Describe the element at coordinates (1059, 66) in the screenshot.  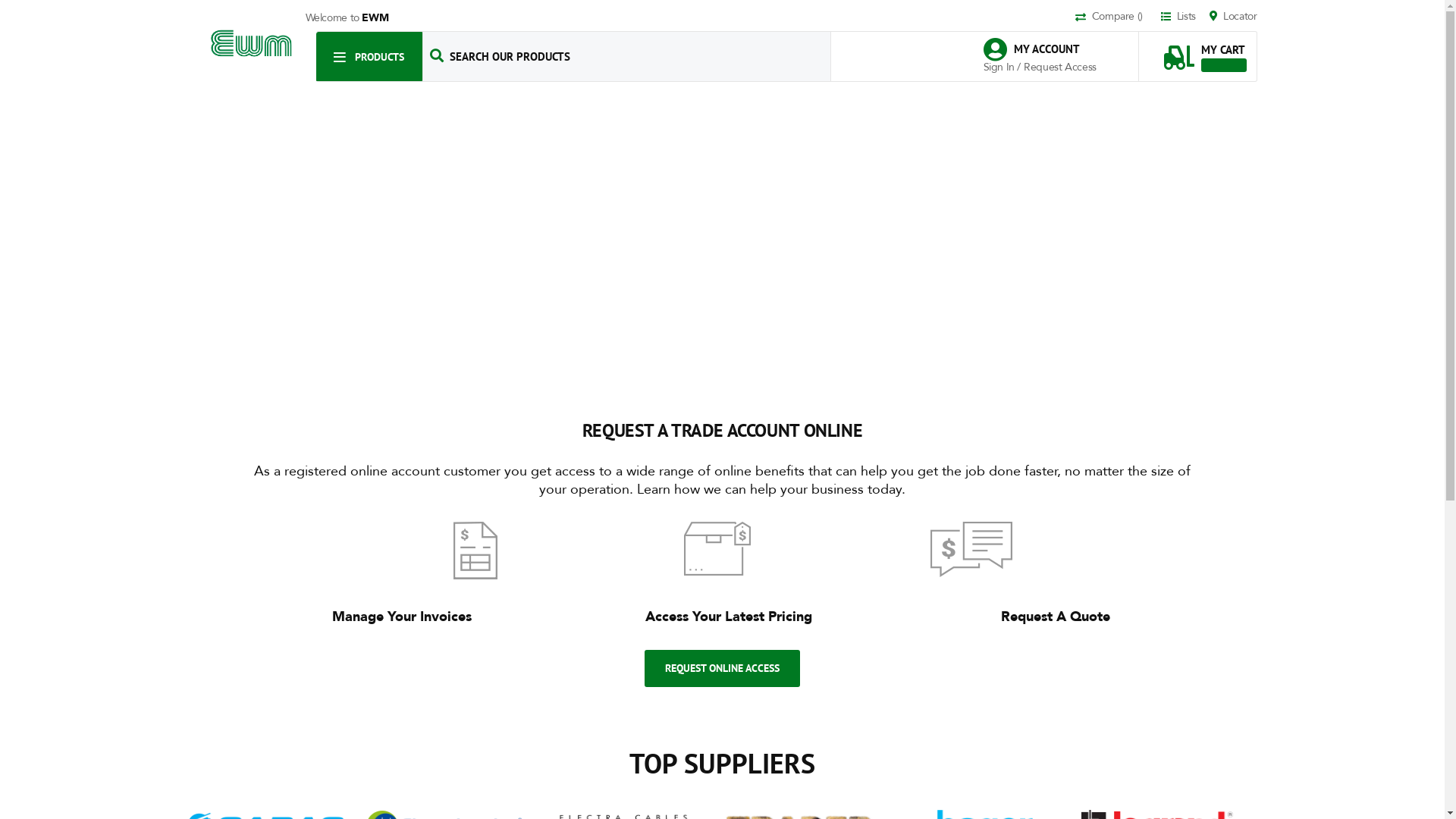
I see `'Request Access'` at that location.